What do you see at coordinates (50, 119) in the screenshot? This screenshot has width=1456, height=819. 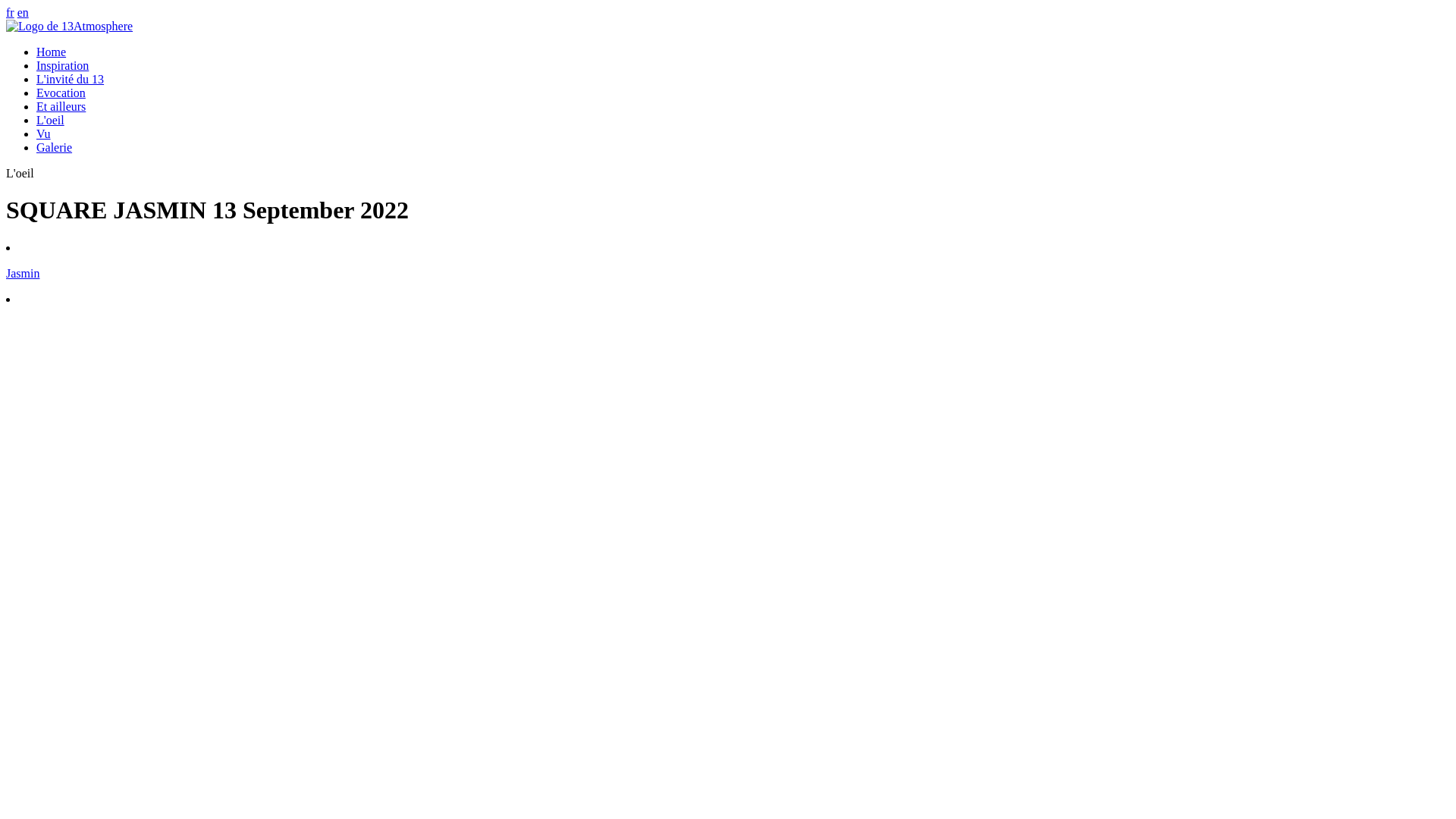 I see `'L'oeil'` at bounding box center [50, 119].